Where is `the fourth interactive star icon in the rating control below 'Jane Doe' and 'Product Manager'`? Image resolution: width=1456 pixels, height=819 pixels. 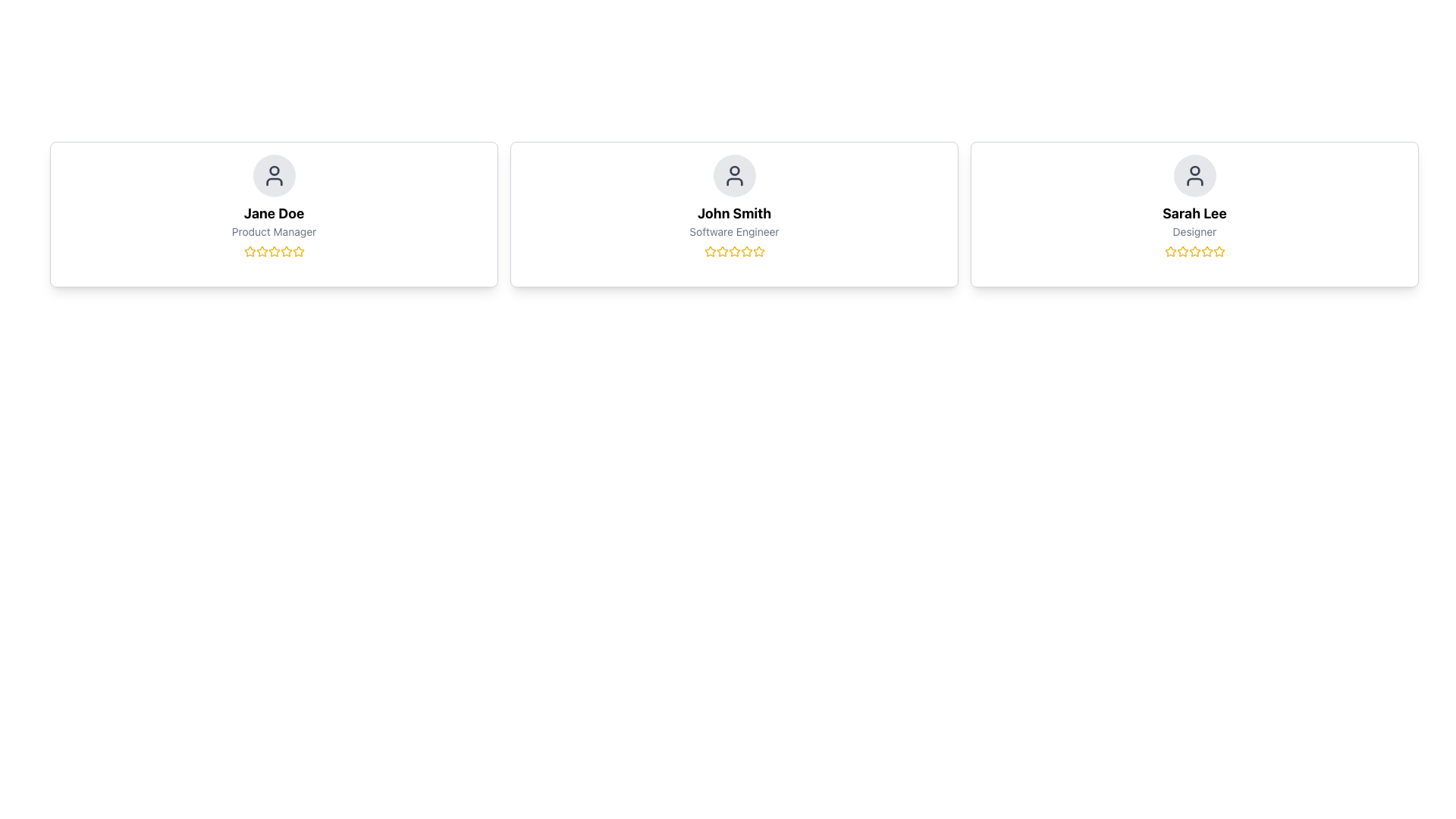 the fourth interactive star icon in the rating control below 'Jane Doe' and 'Product Manager' is located at coordinates (274, 250).